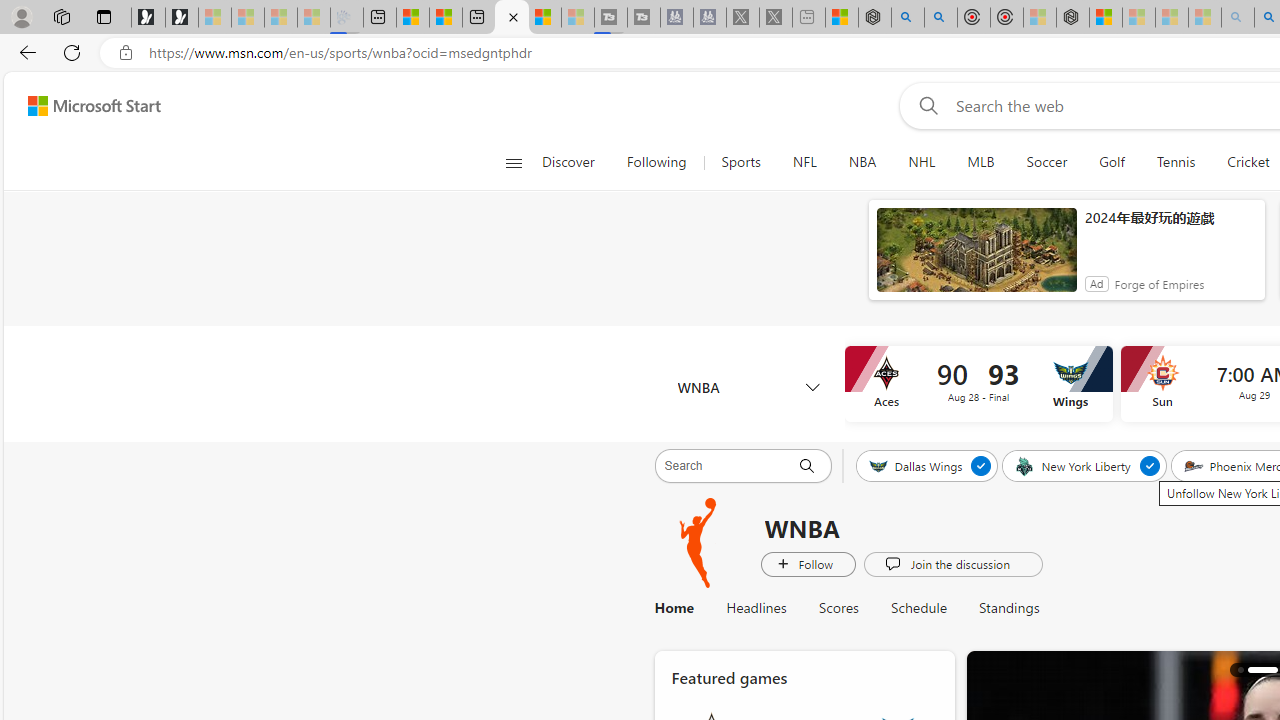 Image resolution: width=1280 pixels, height=720 pixels. I want to click on 'Forge of Empires', so click(1159, 284).